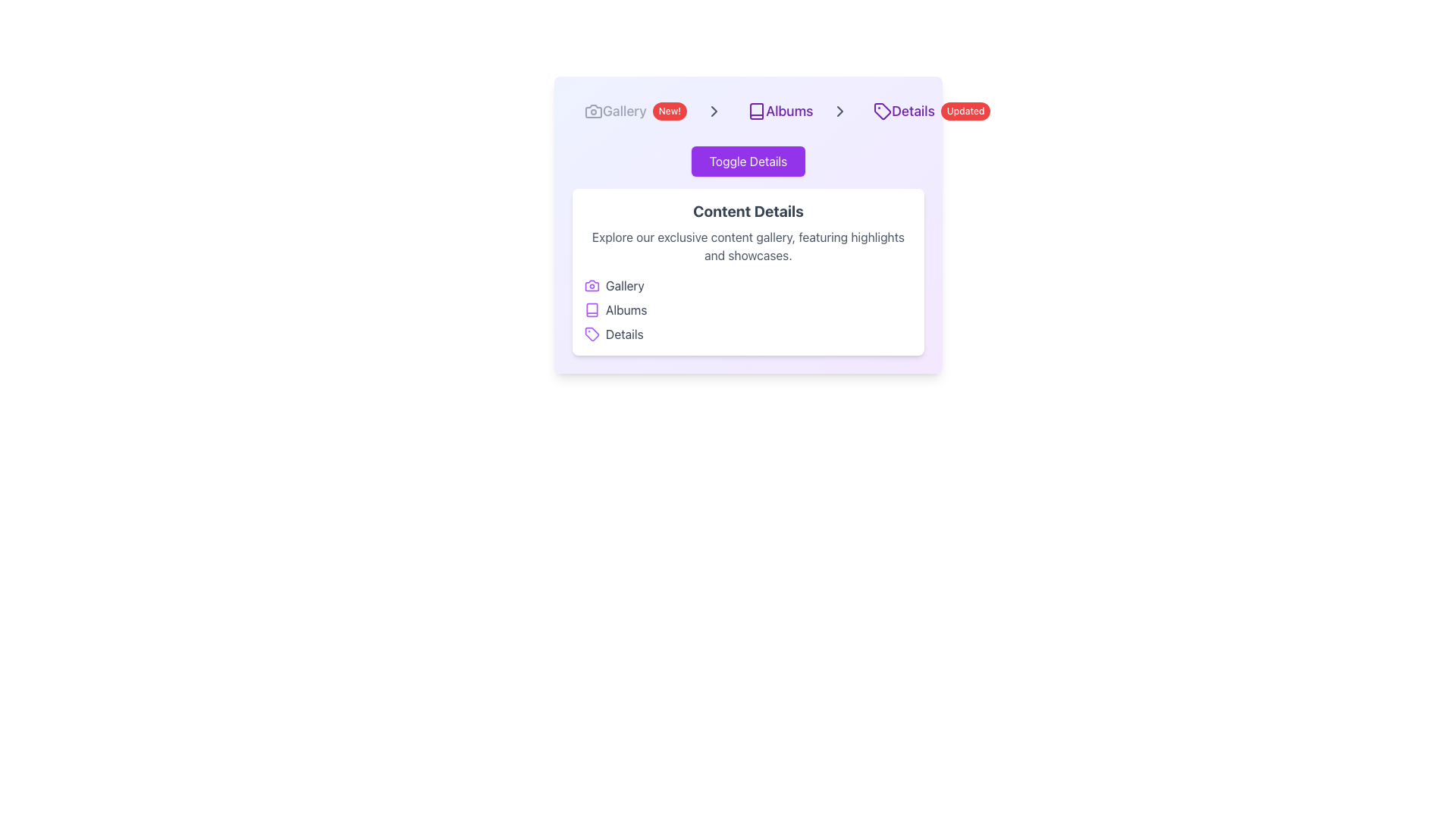 This screenshot has width=1456, height=819. Describe the element at coordinates (883, 110) in the screenshot. I see `and interpret the graphical meaning of the 'Details' breadcrumb icon in the navigation bar, located immediately left of the 'Details' label` at that location.